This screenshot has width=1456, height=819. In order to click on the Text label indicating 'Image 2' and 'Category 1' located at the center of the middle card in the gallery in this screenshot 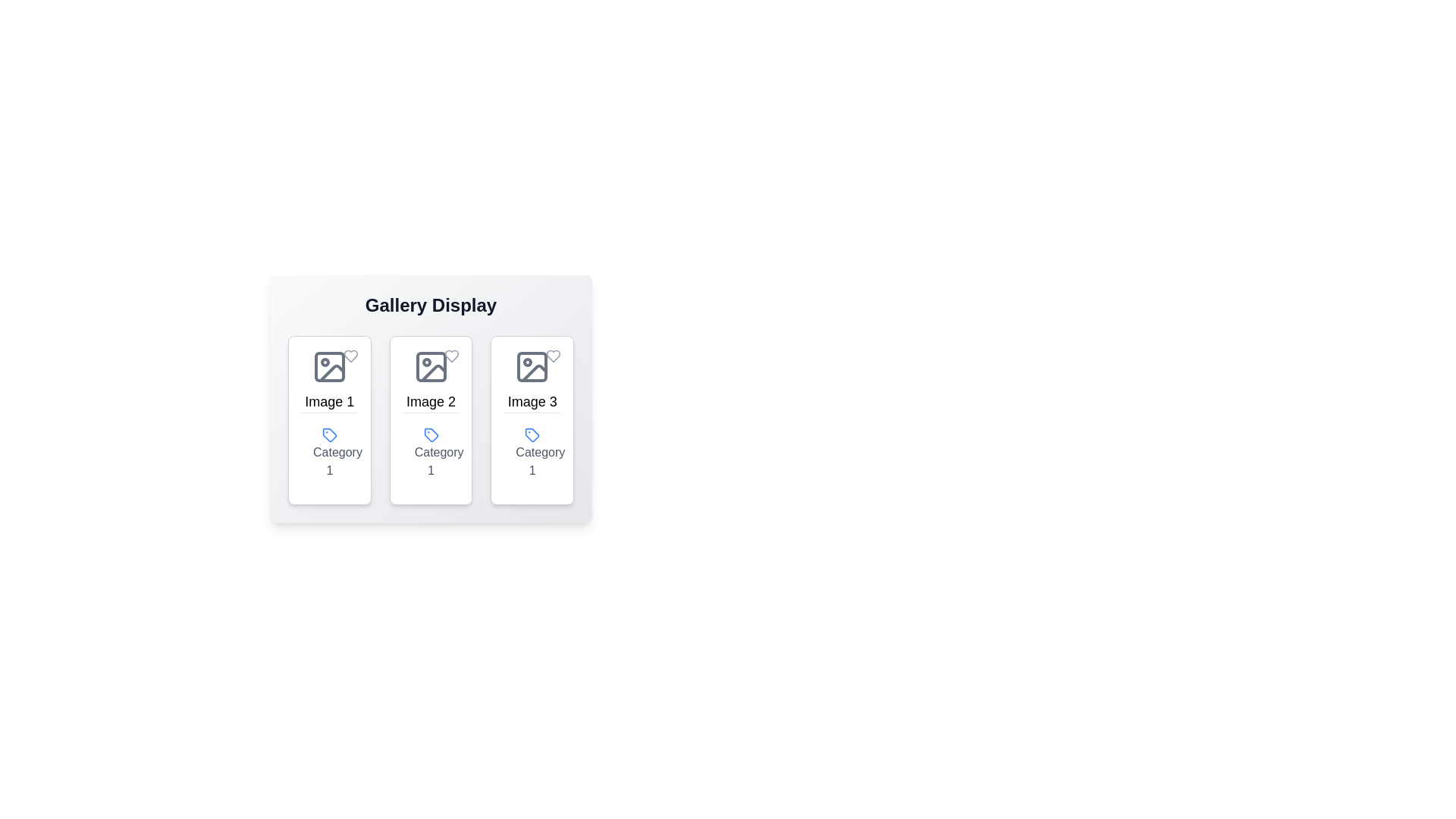, I will do `click(430, 379)`.